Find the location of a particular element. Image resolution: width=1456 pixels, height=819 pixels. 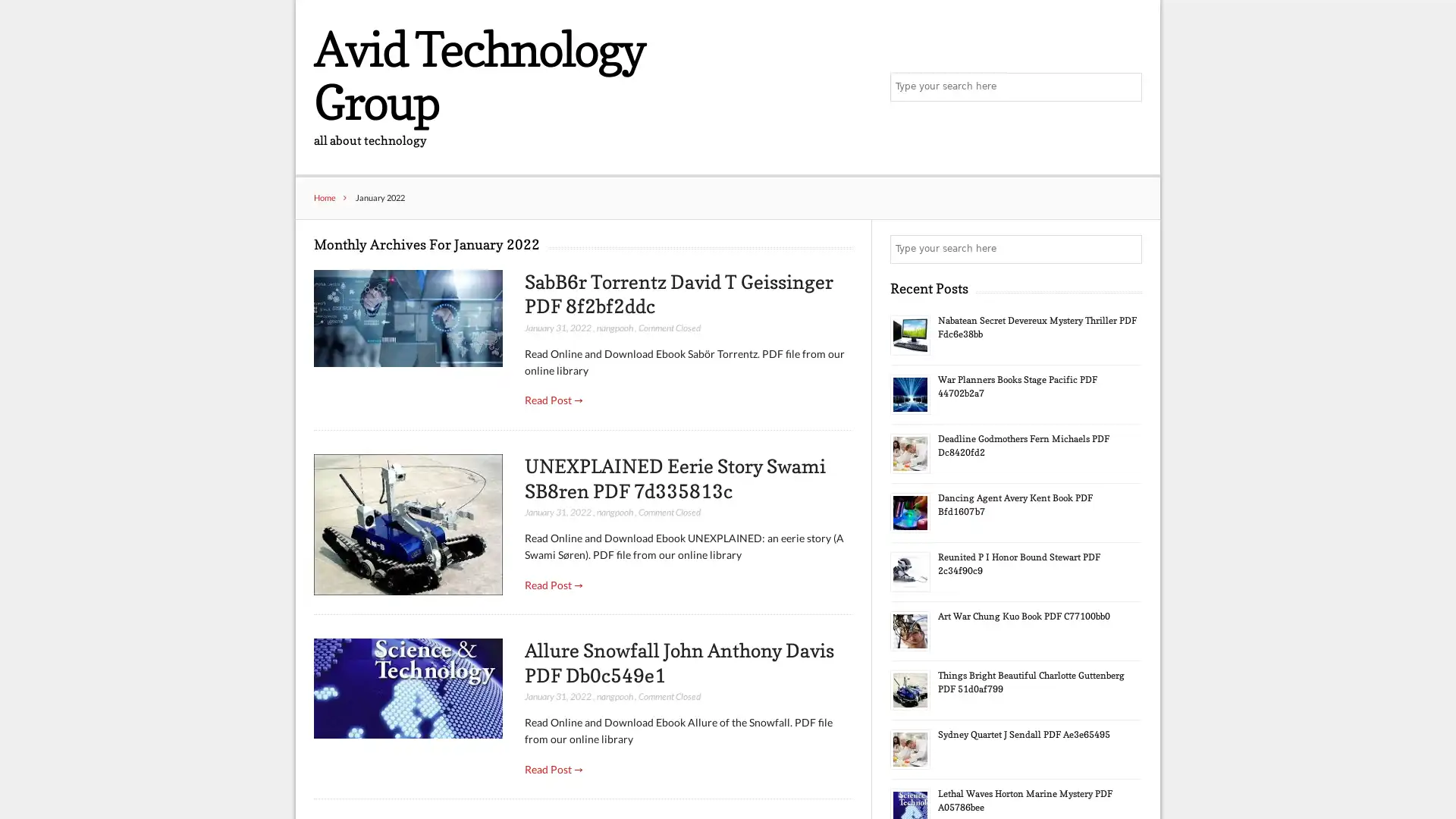

Search is located at coordinates (1126, 87).